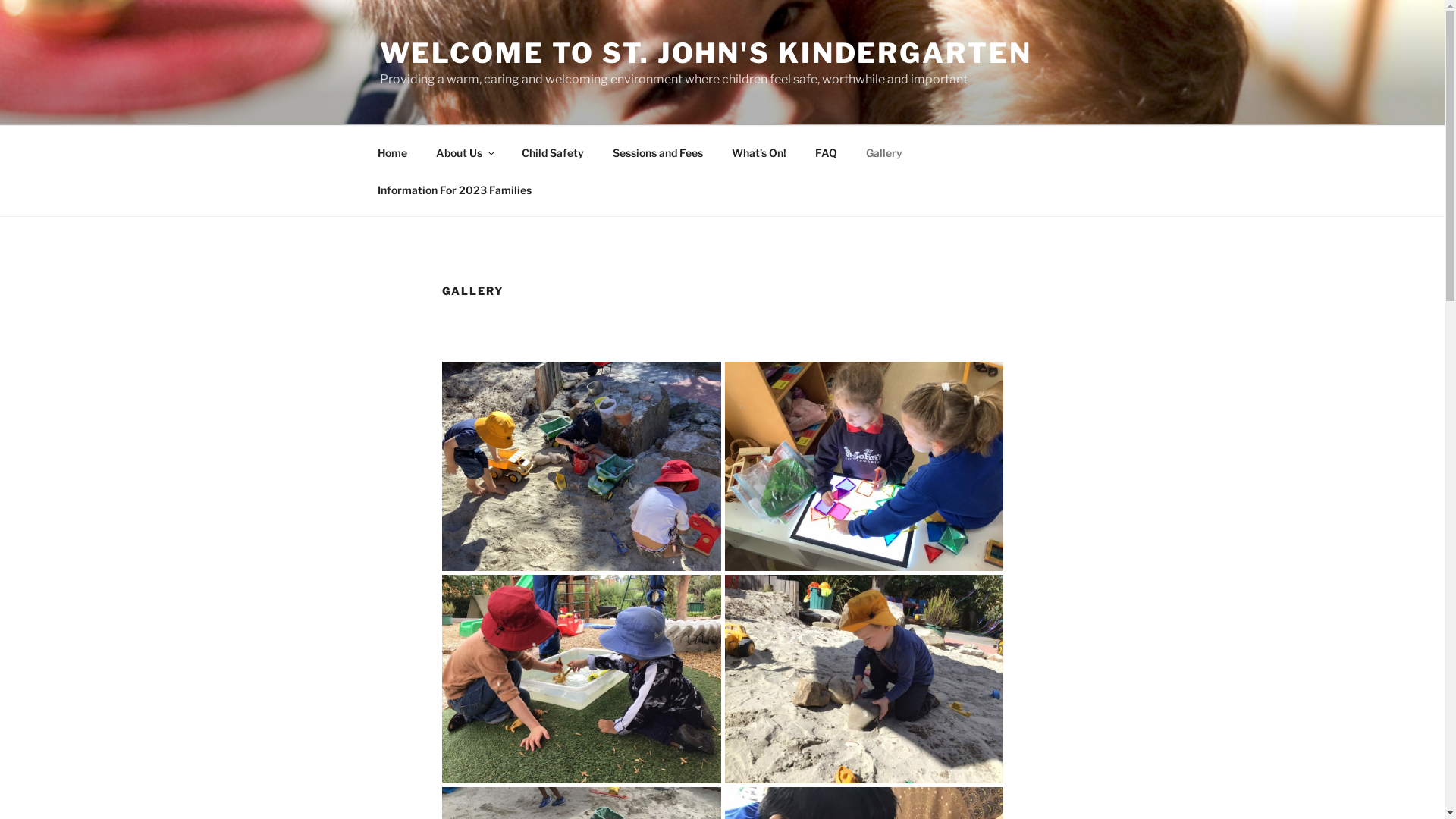 This screenshot has width=1456, height=819. What do you see at coordinates (825, 152) in the screenshot?
I see `'FAQ'` at bounding box center [825, 152].